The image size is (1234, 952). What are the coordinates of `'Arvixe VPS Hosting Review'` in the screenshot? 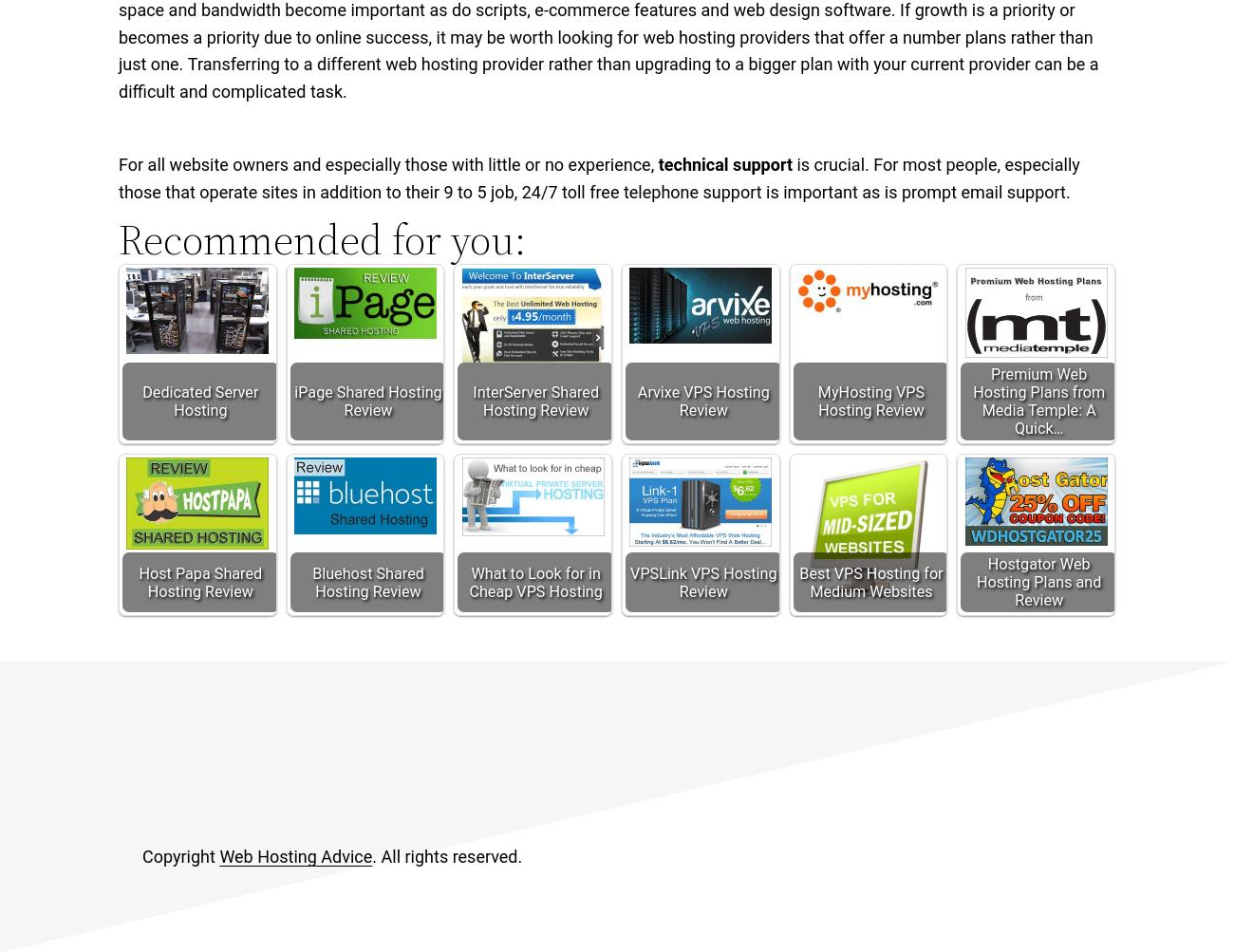 It's located at (636, 401).